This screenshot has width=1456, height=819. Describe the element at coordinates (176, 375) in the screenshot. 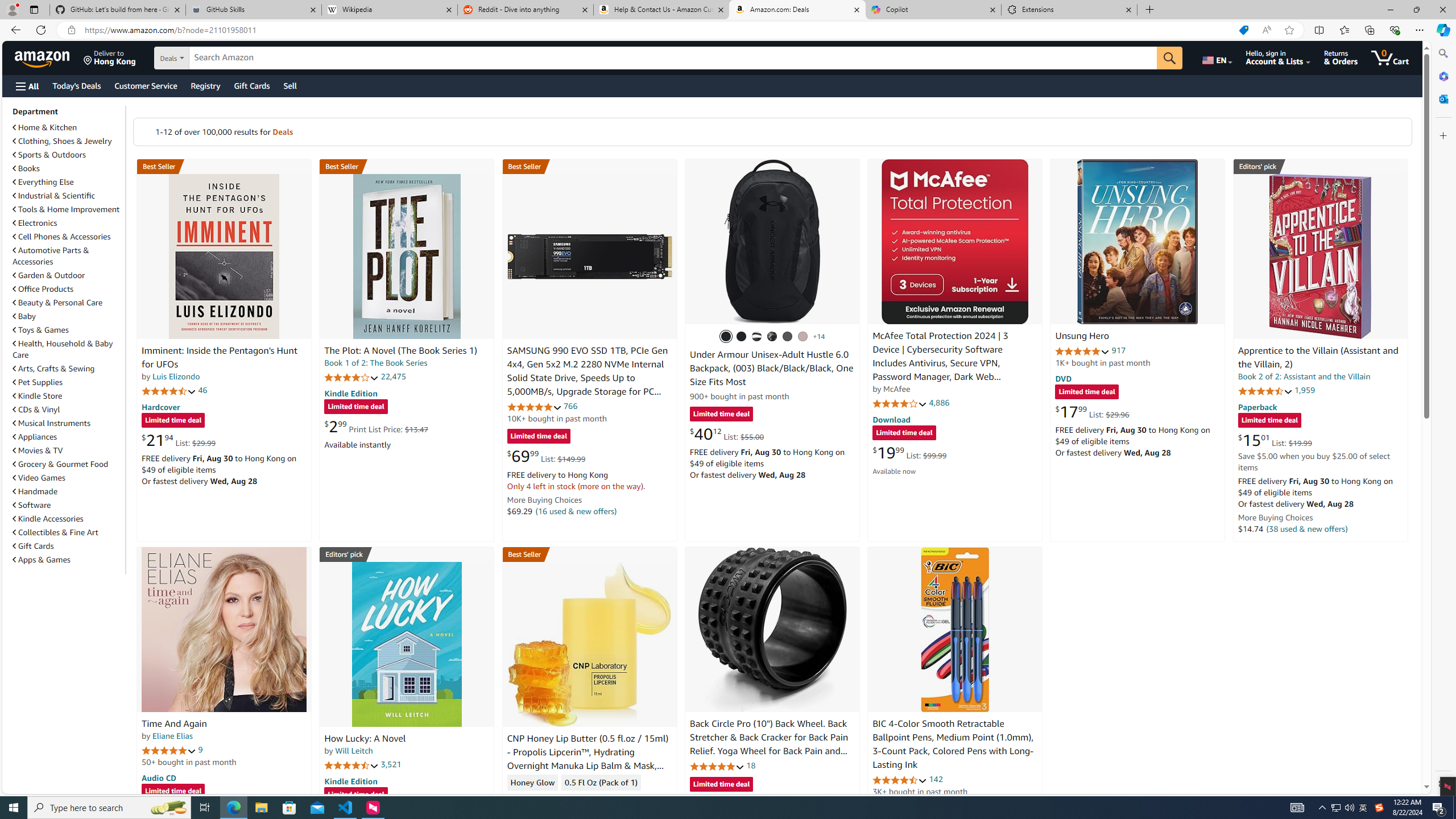

I see `'Luis Elizondo'` at that location.